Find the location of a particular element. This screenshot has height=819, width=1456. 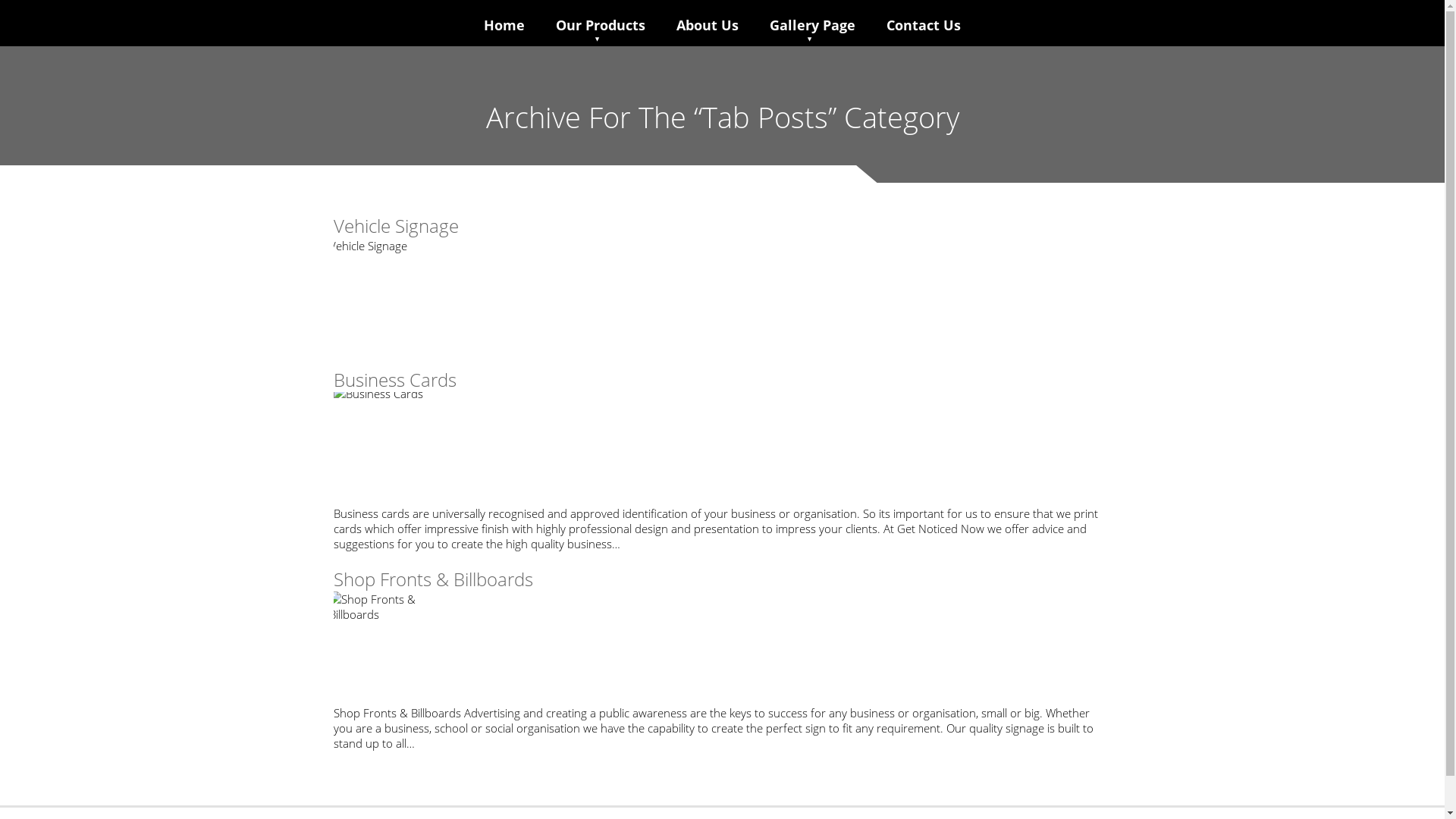

'Business Cards' is located at coordinates (333, 378).